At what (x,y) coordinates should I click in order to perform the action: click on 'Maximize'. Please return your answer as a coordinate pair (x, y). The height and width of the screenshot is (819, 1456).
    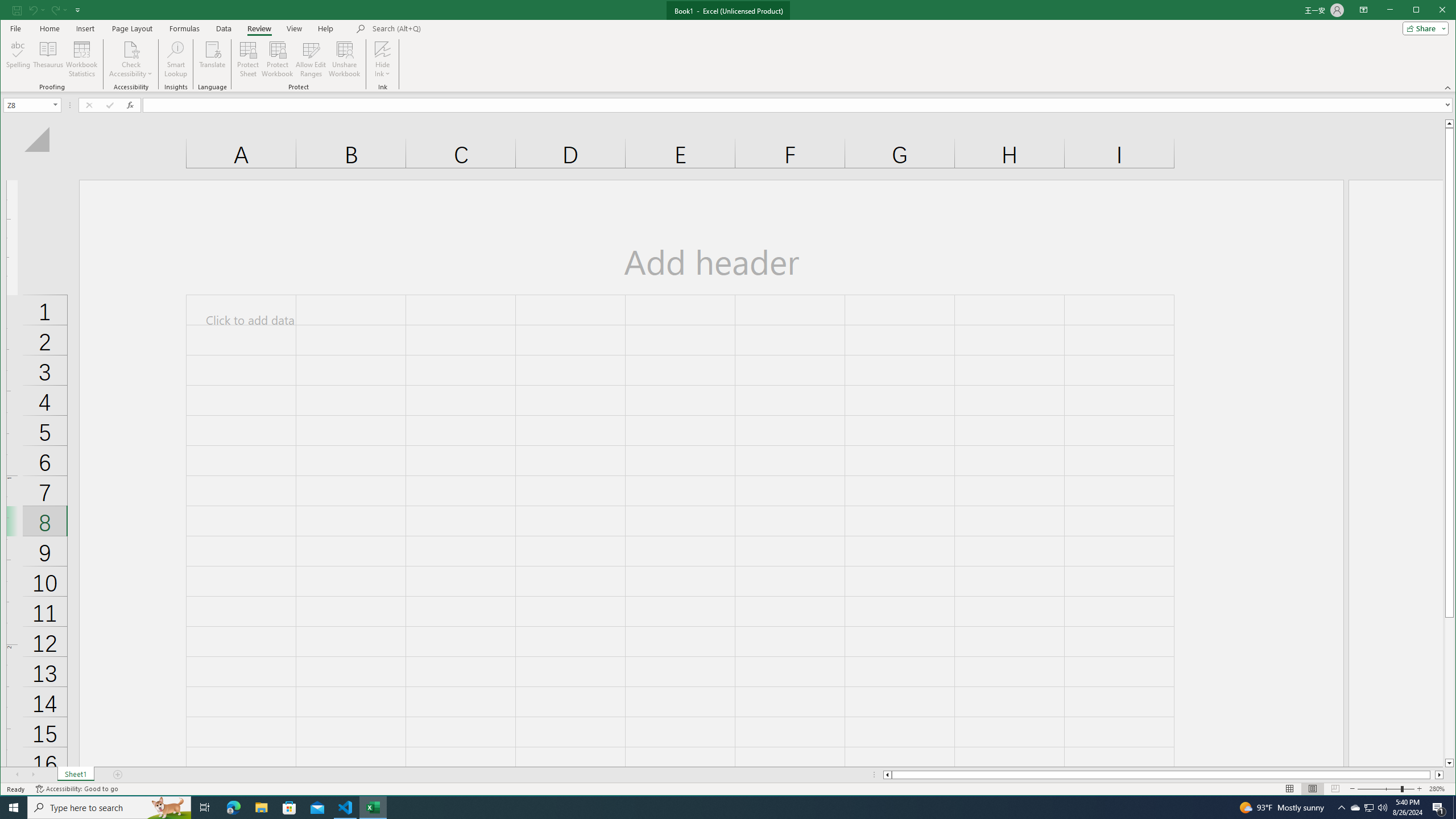
    Looking at the image, I should click on (1433, 11).